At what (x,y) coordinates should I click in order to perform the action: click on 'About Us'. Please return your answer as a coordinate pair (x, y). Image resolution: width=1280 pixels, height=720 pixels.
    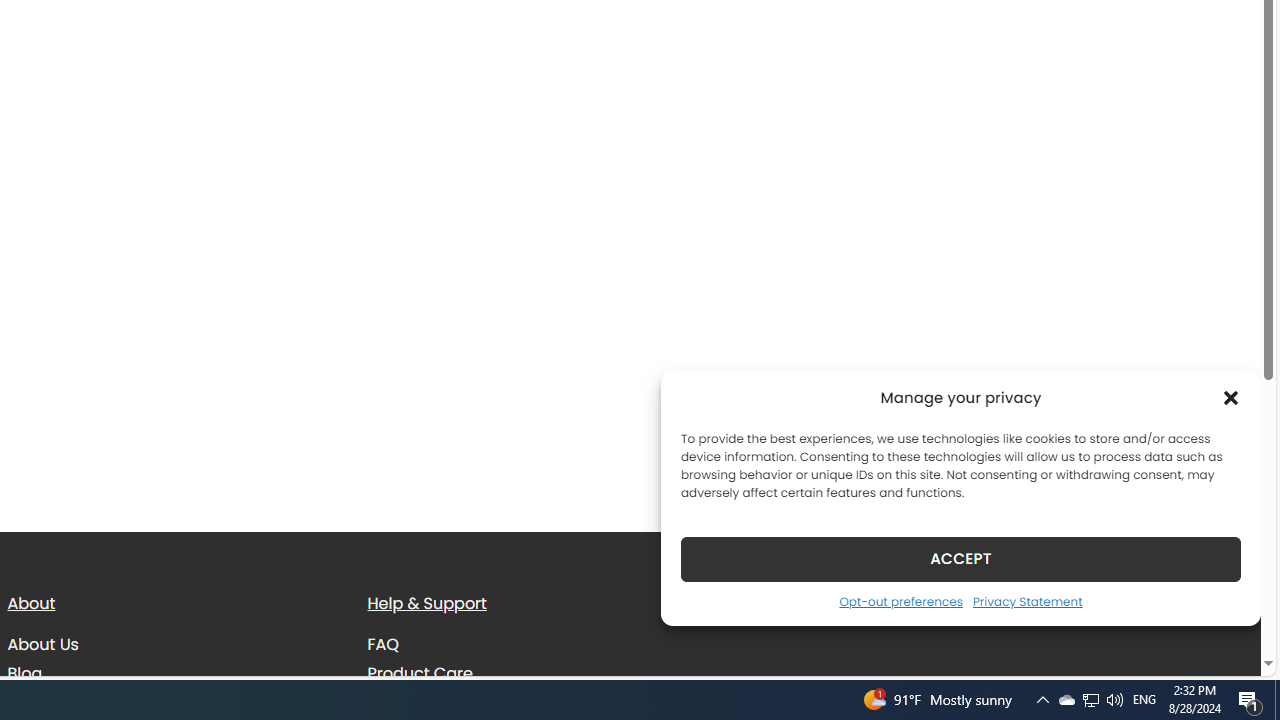
    Looking at the image, I should click on (42, 644).